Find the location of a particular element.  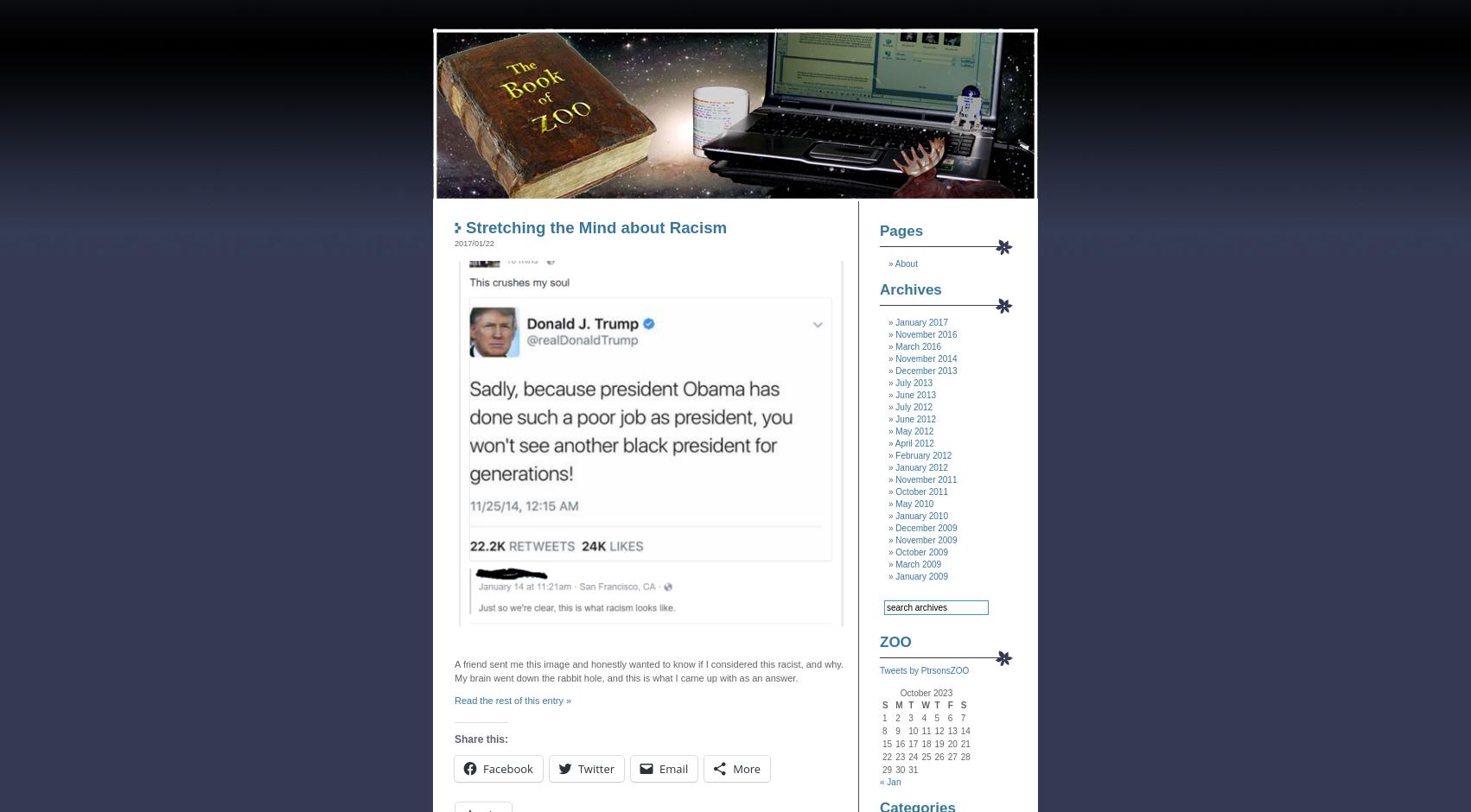

'26' is located at coordinates (938, 757).